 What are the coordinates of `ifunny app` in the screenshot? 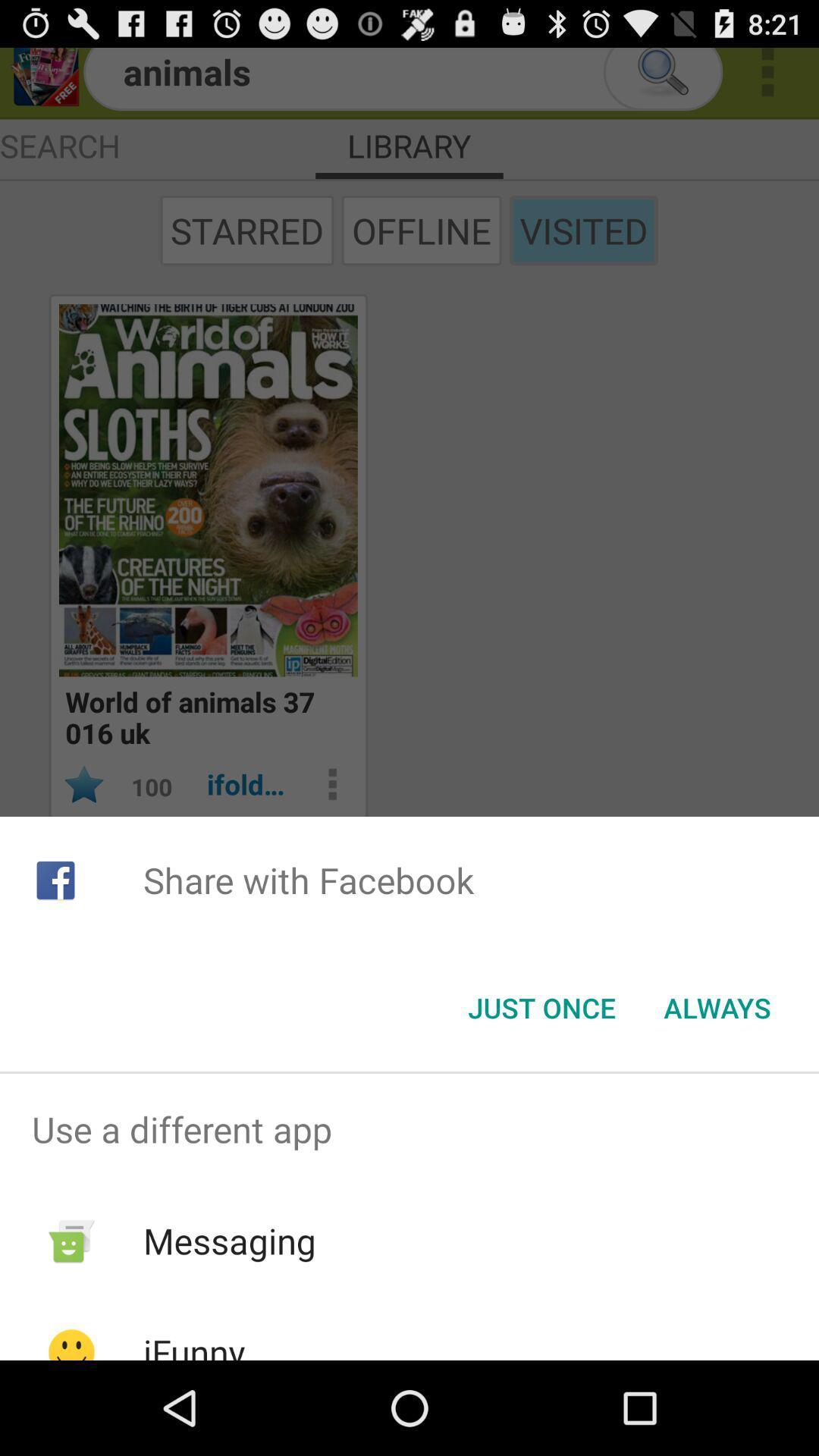 It's located at (193, 1344).